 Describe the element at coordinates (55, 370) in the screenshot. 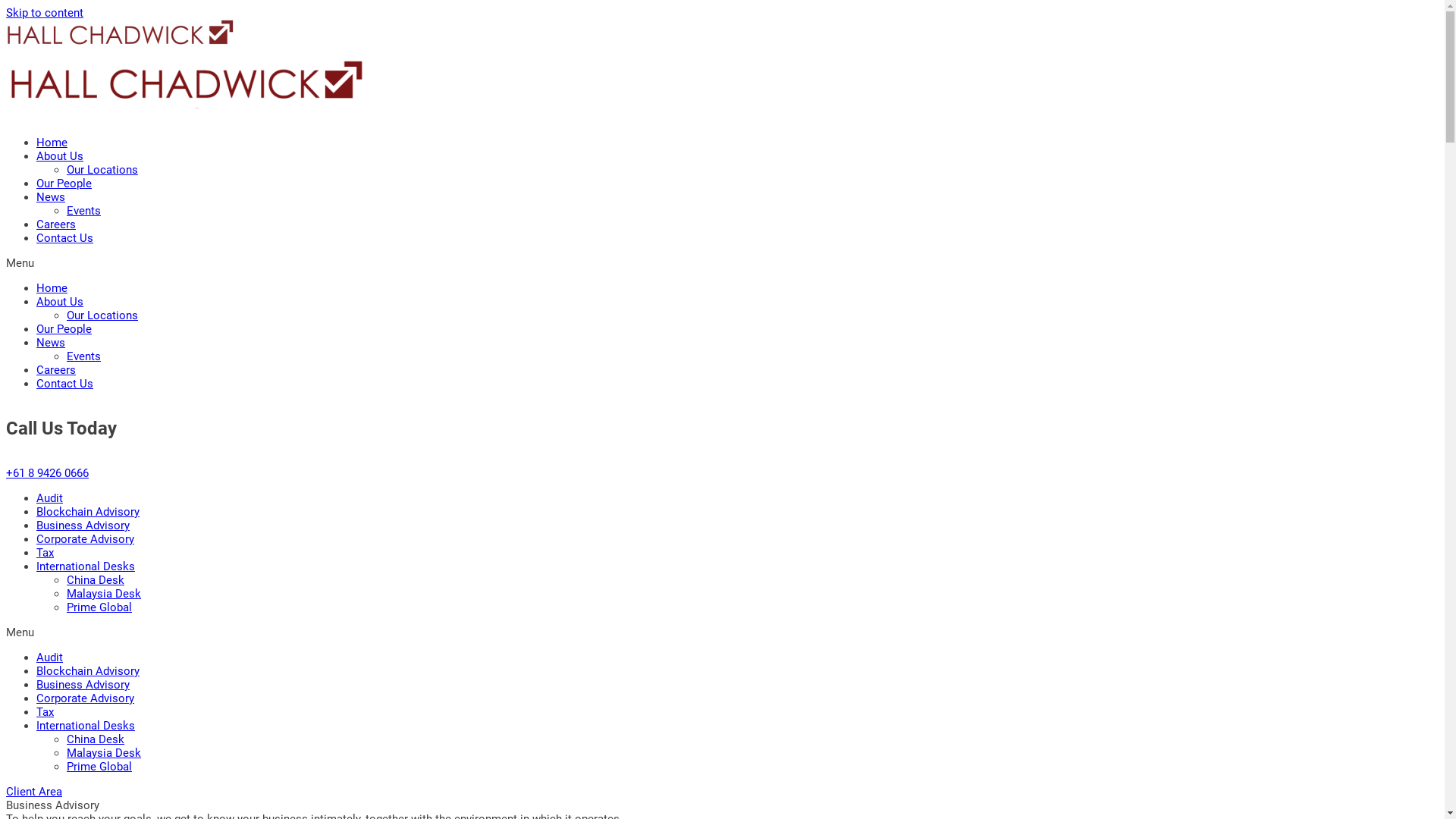

I see `'Careers'` at that location.